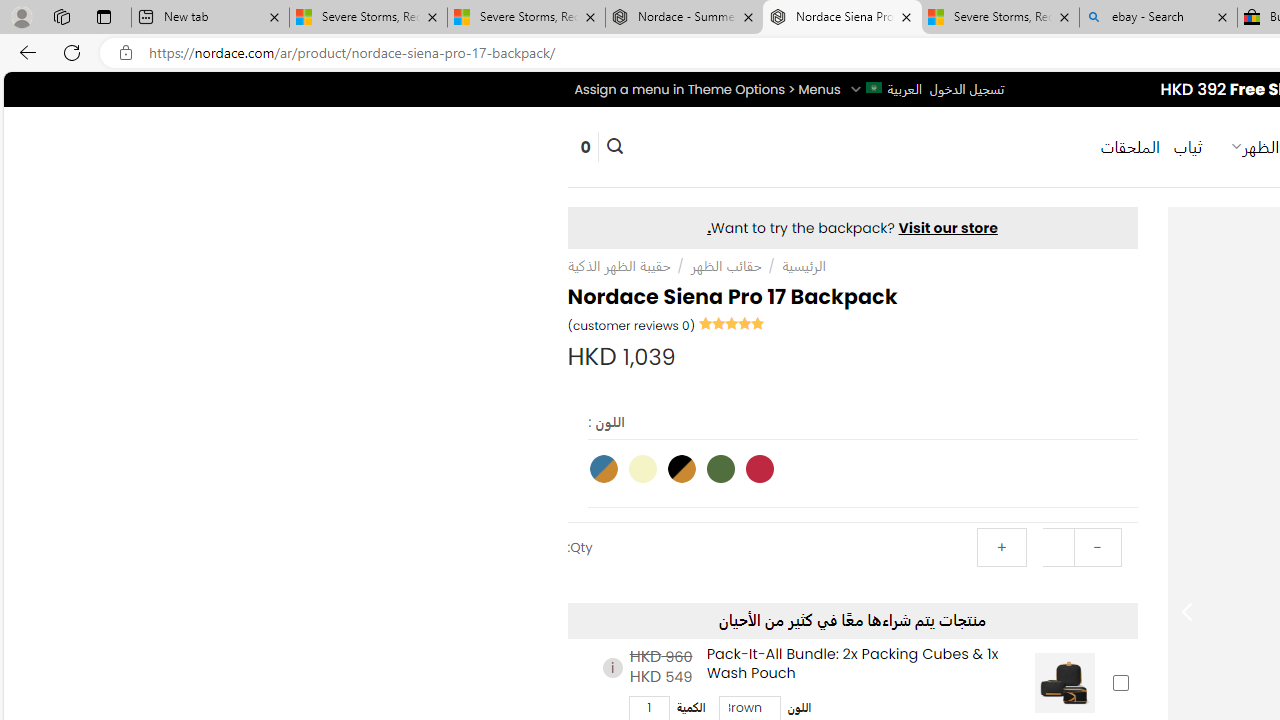 The width and height of the screenshot is (1280, 720). Describe the element at coordinates (611, 668) in the screenshot. I see `'i'` at that location.